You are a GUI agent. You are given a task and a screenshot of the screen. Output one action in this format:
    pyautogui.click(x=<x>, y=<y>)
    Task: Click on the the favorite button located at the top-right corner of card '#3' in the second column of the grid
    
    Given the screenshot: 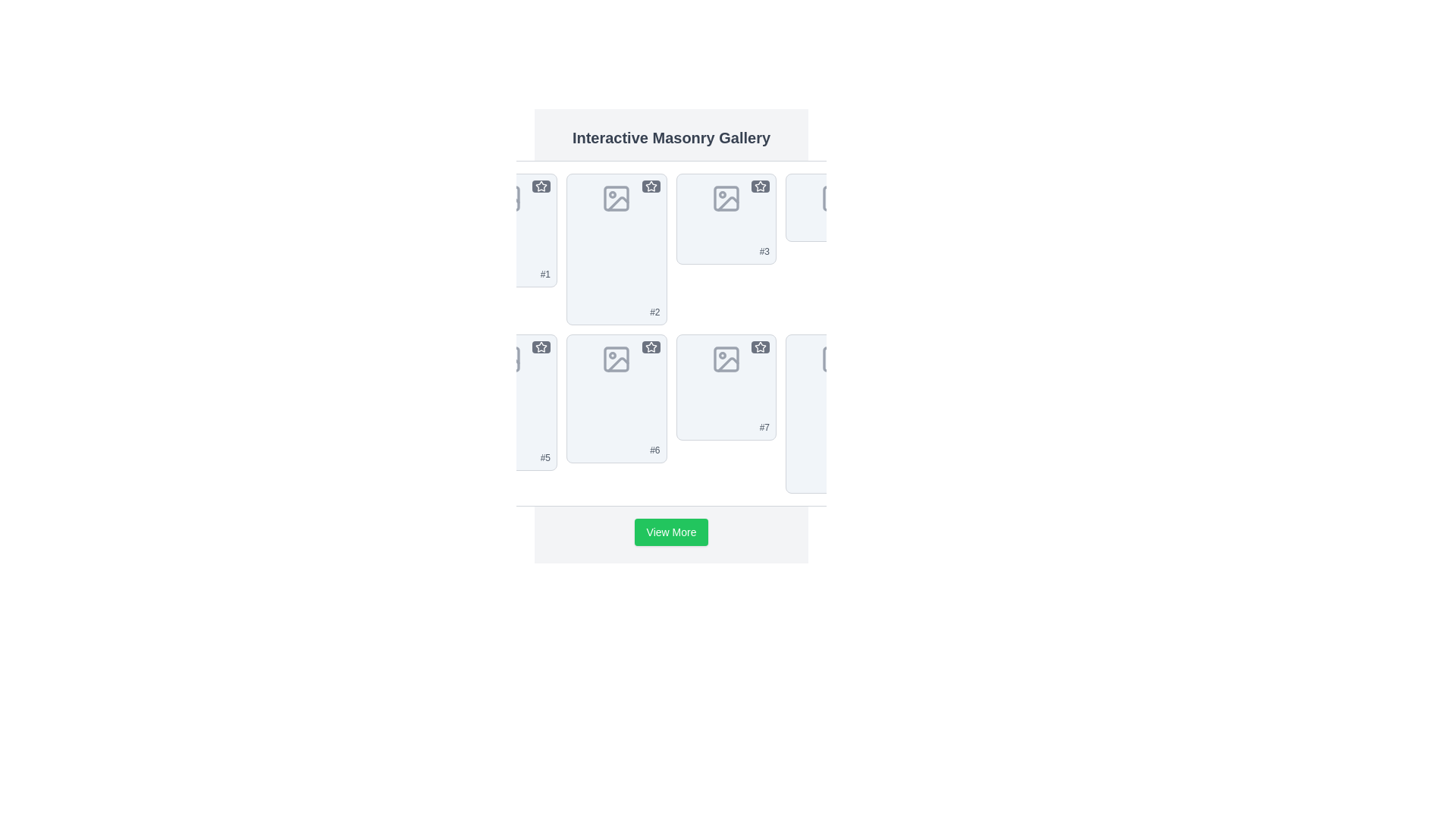 What is the action you would take?
    pyautogui.click(x=761, y=186)
    